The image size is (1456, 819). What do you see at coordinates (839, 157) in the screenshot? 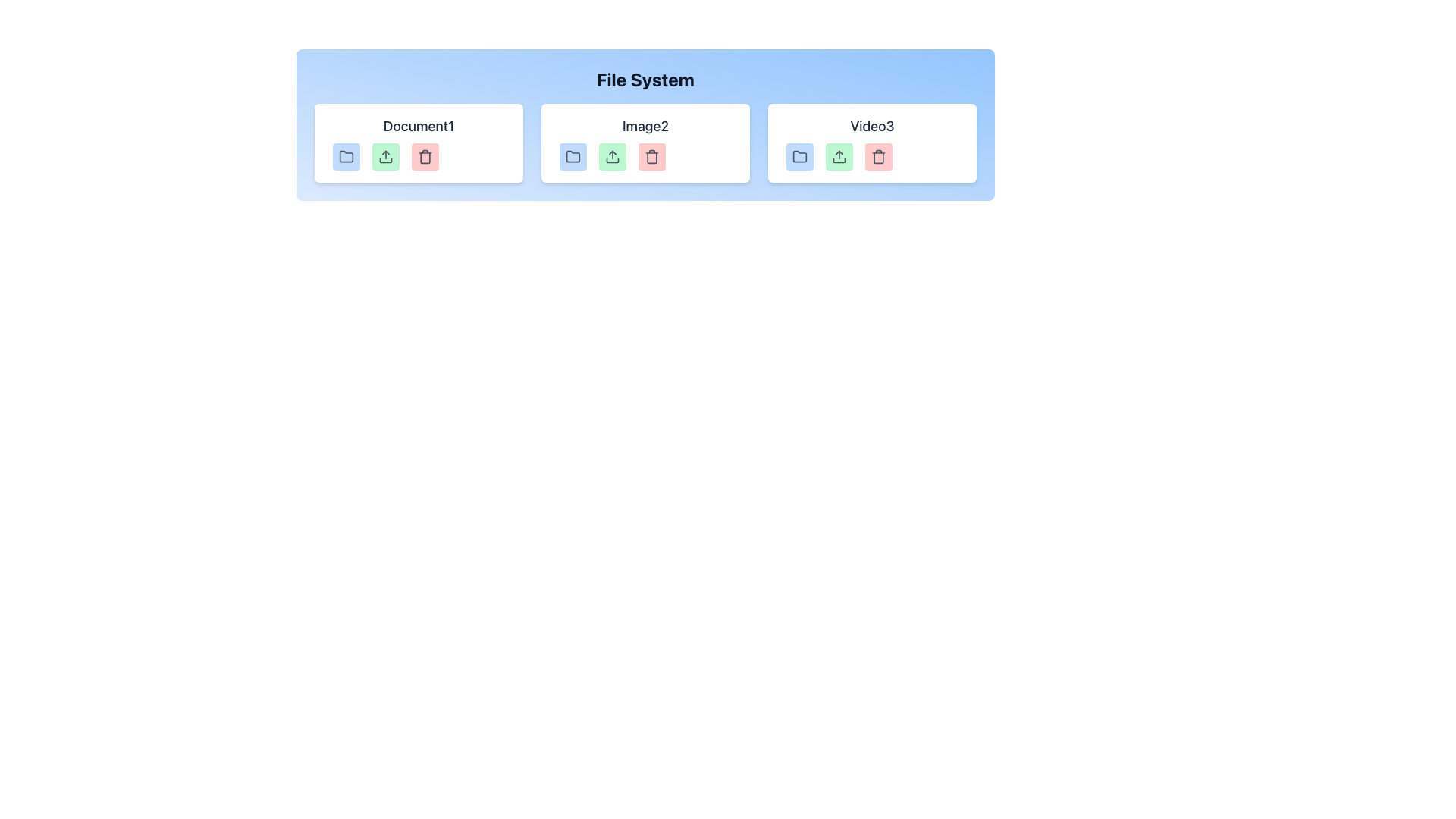
I see `the upload icon button, which is represented by an upward arrow over a green rounded rectangular base` at bounding box center [839, 157].